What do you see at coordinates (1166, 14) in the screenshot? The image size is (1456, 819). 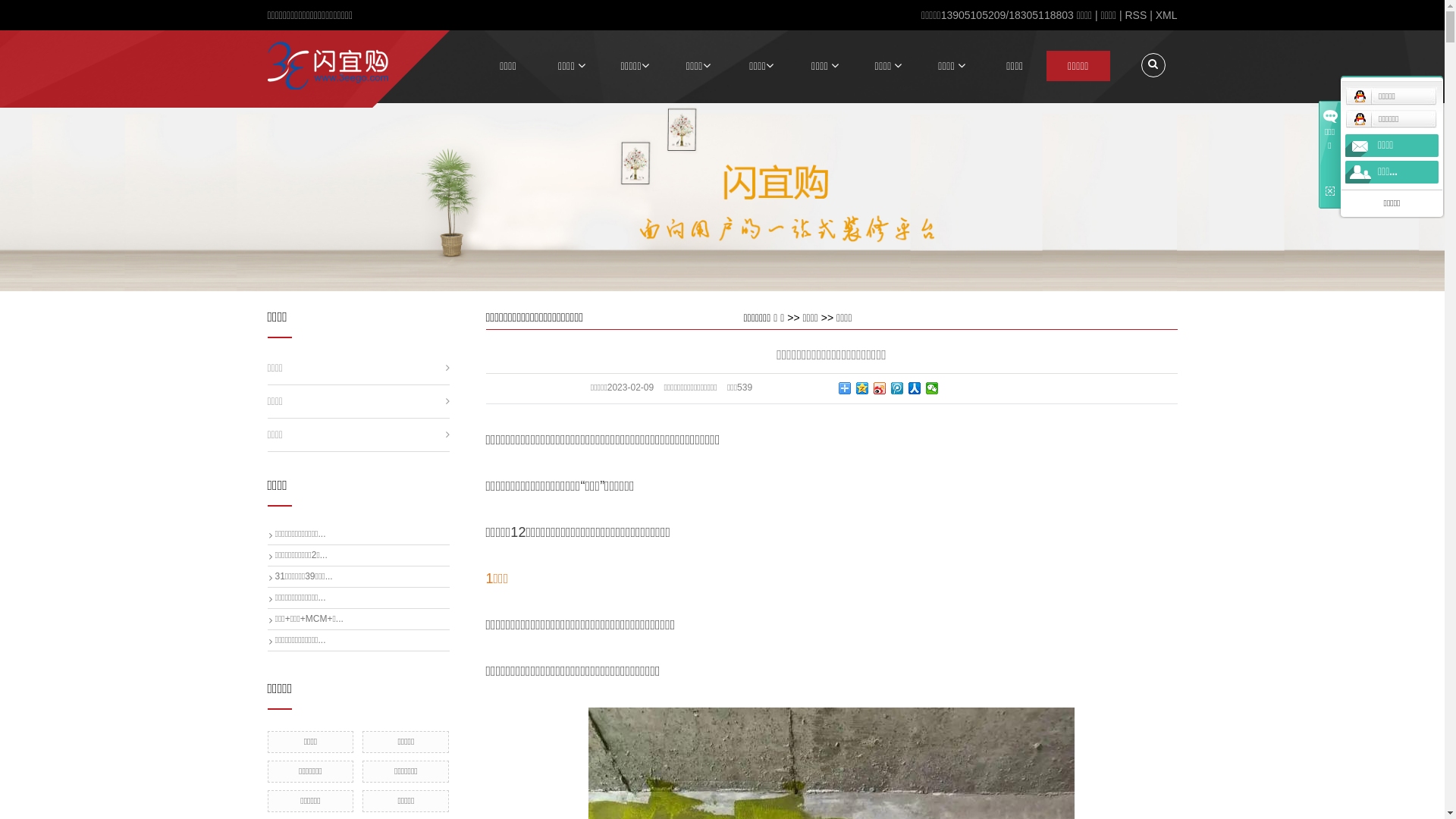 I see `'XML'` at bounding box center [1166, 14].